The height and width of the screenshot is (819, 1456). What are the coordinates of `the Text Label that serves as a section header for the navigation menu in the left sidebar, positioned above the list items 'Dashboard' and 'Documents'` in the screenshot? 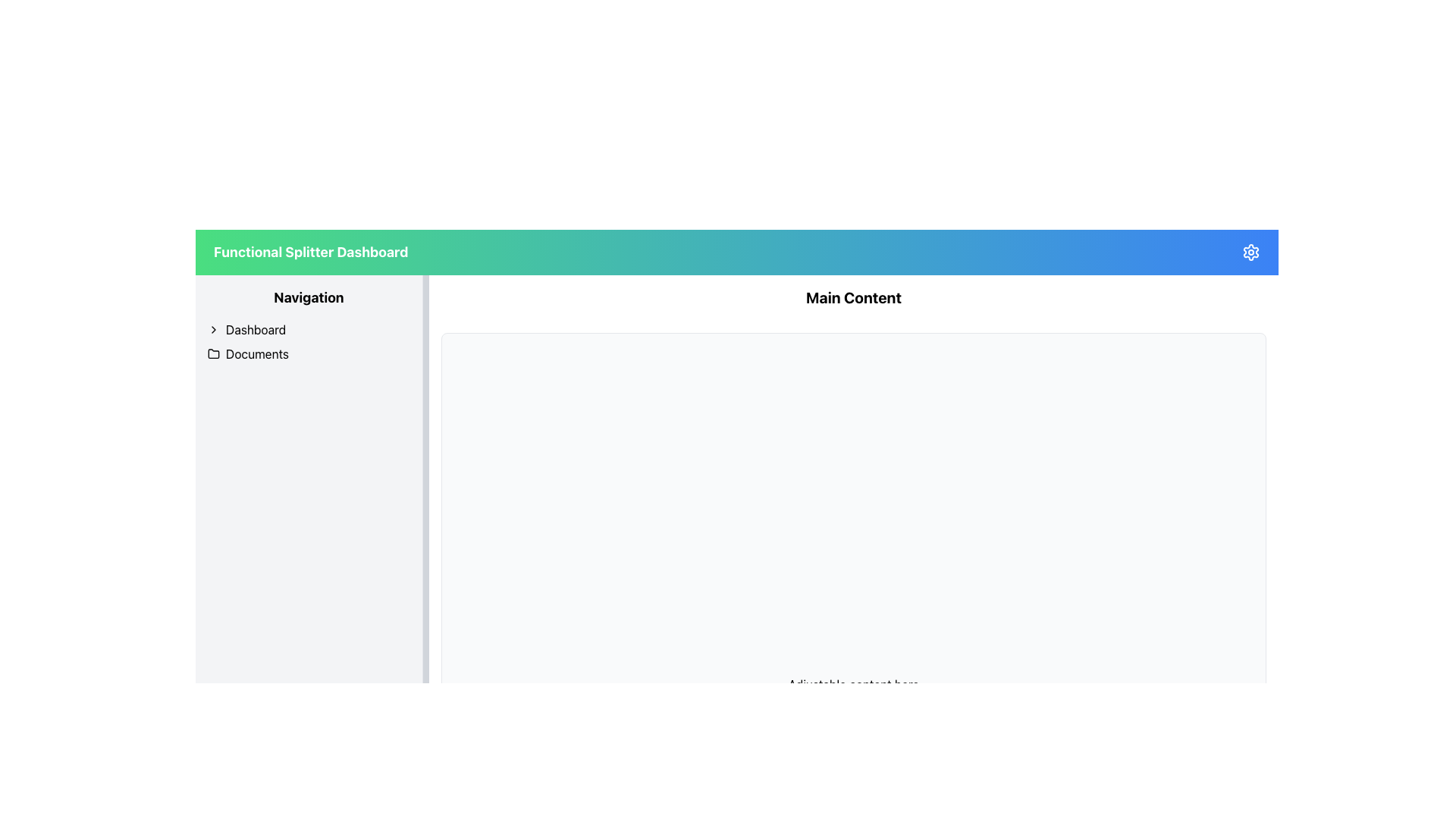 It's located at (308, 298).